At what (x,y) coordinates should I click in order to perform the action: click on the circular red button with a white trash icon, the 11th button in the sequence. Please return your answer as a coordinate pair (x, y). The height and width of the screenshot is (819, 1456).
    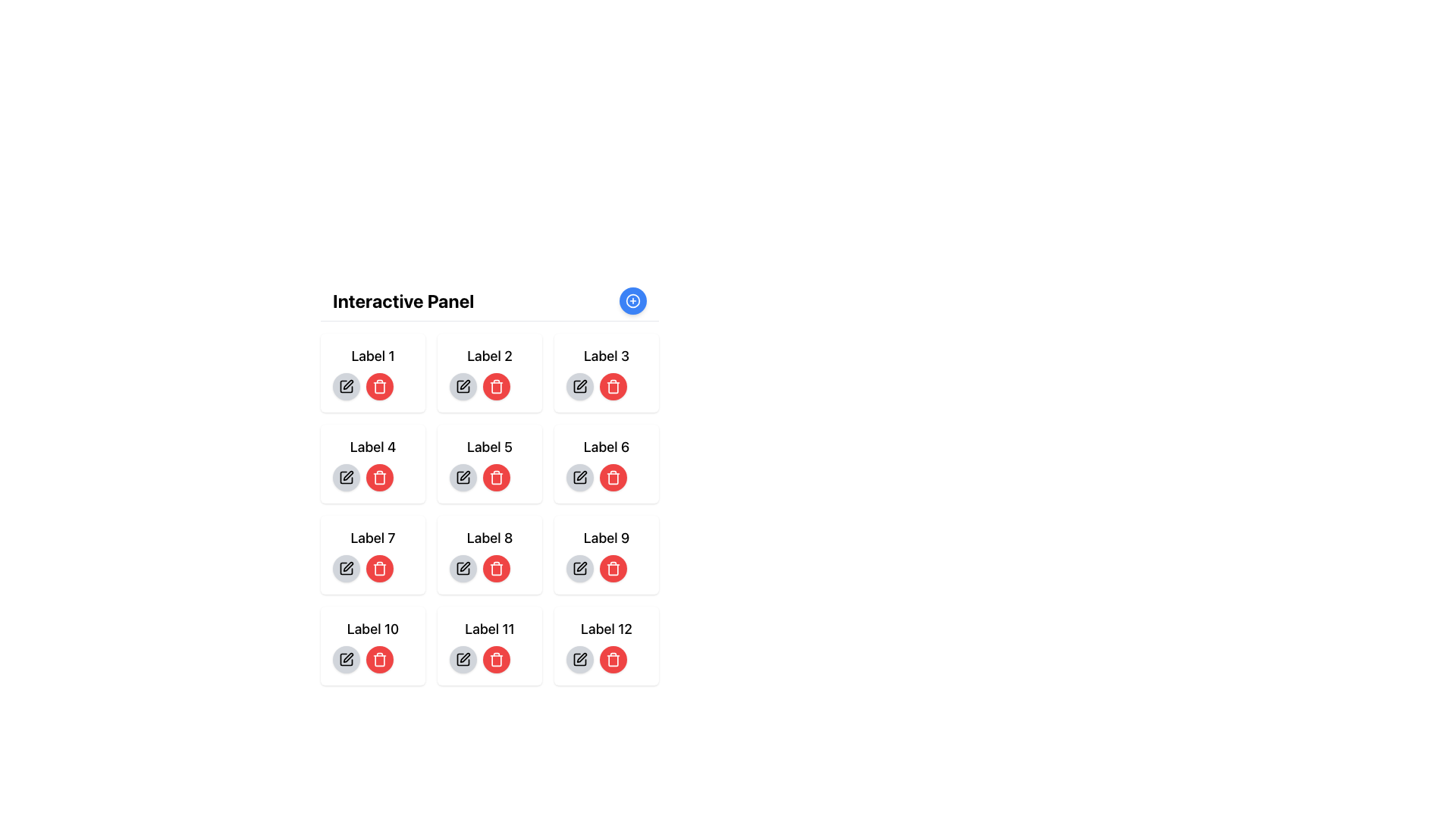
    Looking at the image, I should click on (496, 659).